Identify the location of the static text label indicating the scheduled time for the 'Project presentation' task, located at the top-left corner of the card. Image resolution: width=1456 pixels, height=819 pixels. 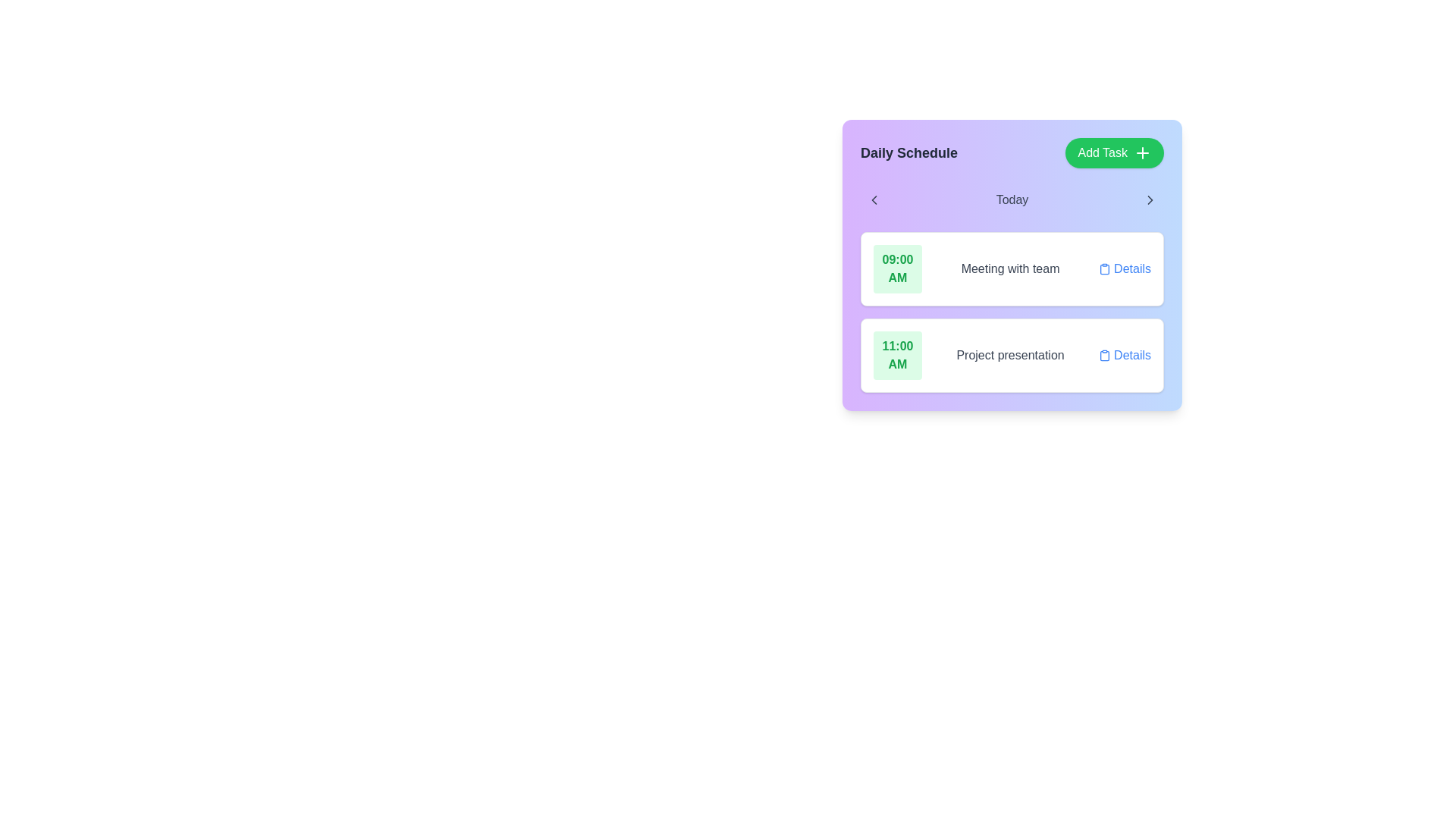
(898, 356).